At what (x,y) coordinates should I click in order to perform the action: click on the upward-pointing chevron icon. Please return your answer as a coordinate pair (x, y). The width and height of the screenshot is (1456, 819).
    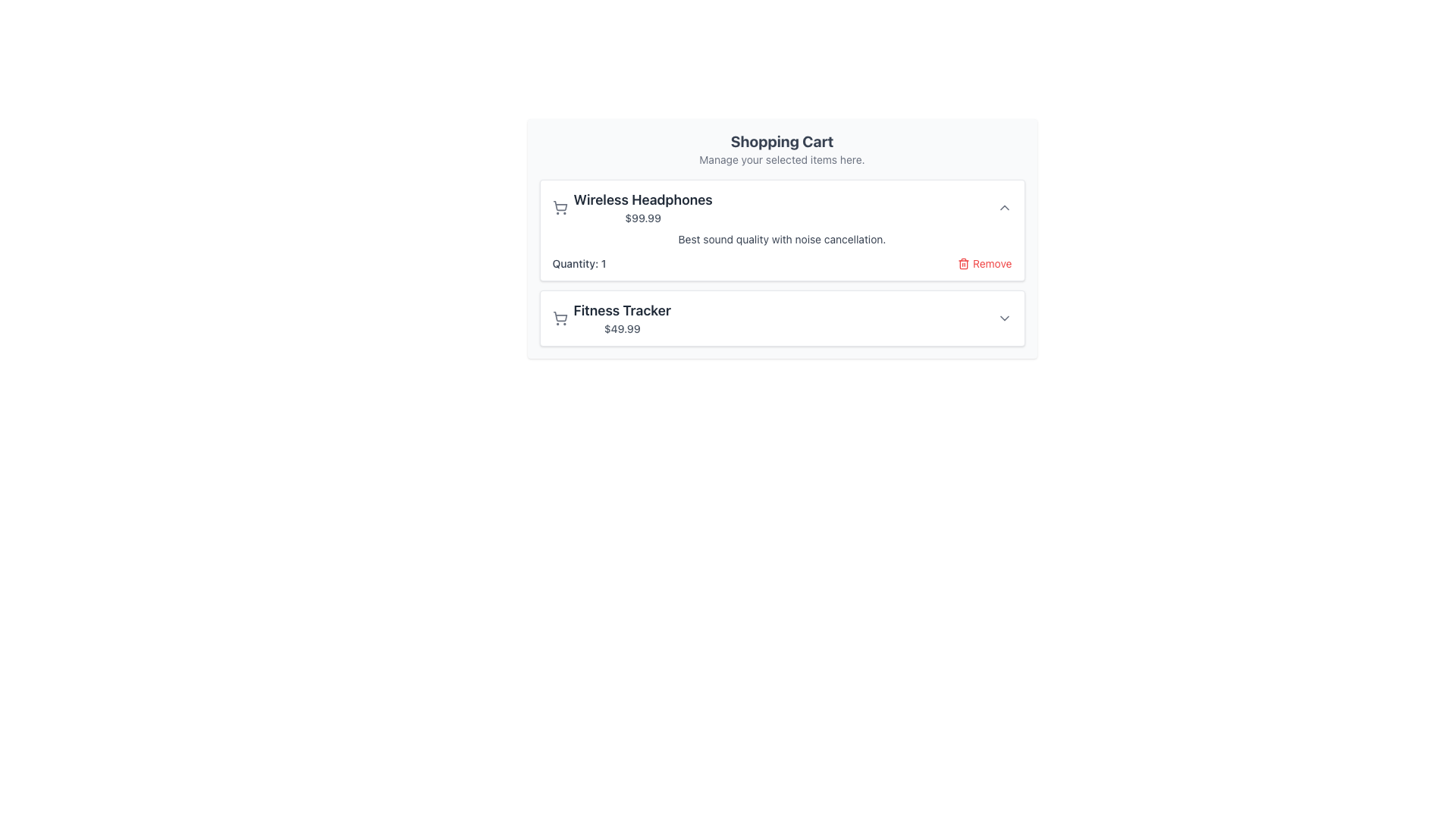
    Looking at the image, I should click on (1004, 207).